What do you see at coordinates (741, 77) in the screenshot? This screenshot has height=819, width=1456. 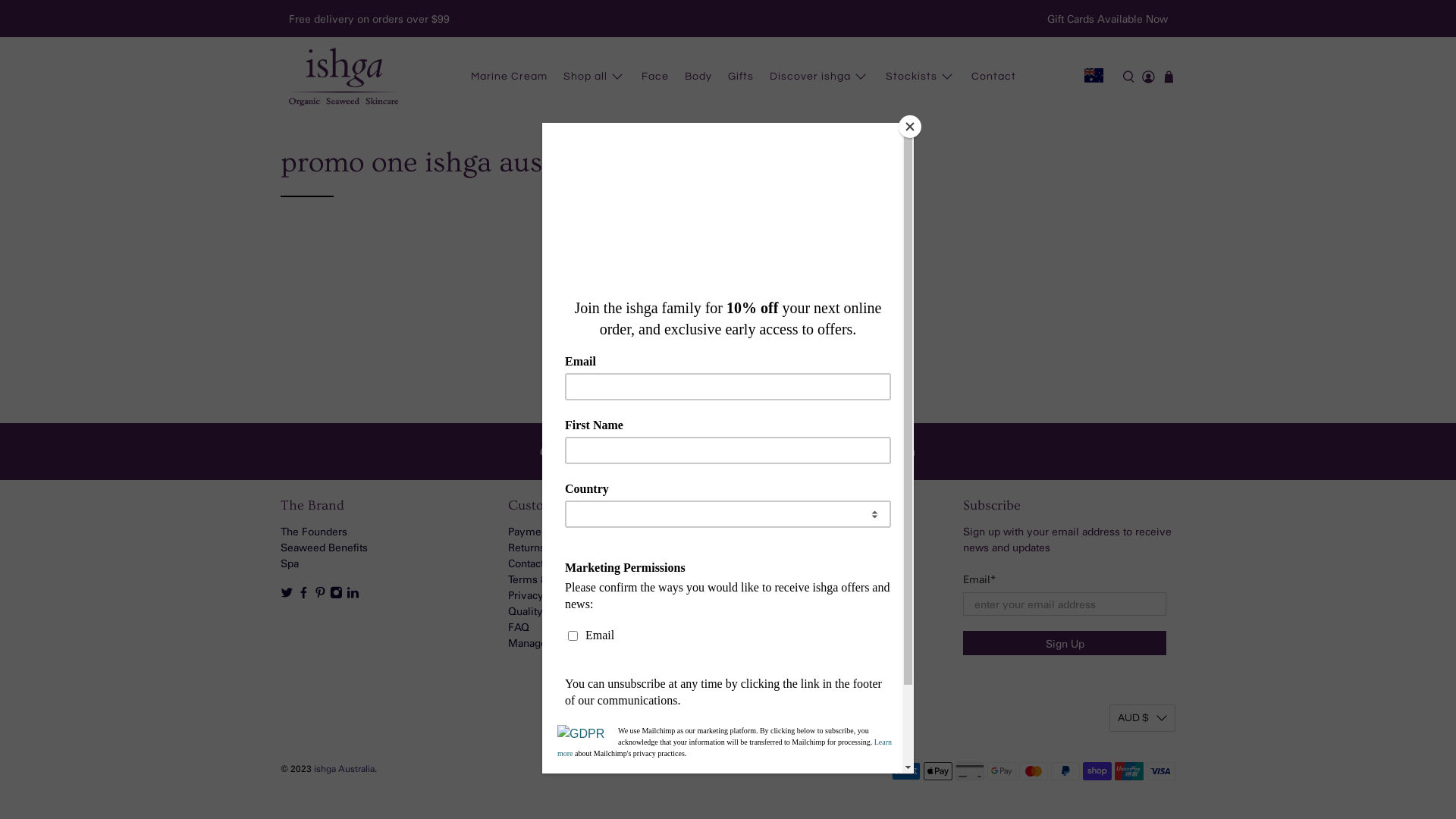 I see `'Gifts'` at bounding box center [741, 77].